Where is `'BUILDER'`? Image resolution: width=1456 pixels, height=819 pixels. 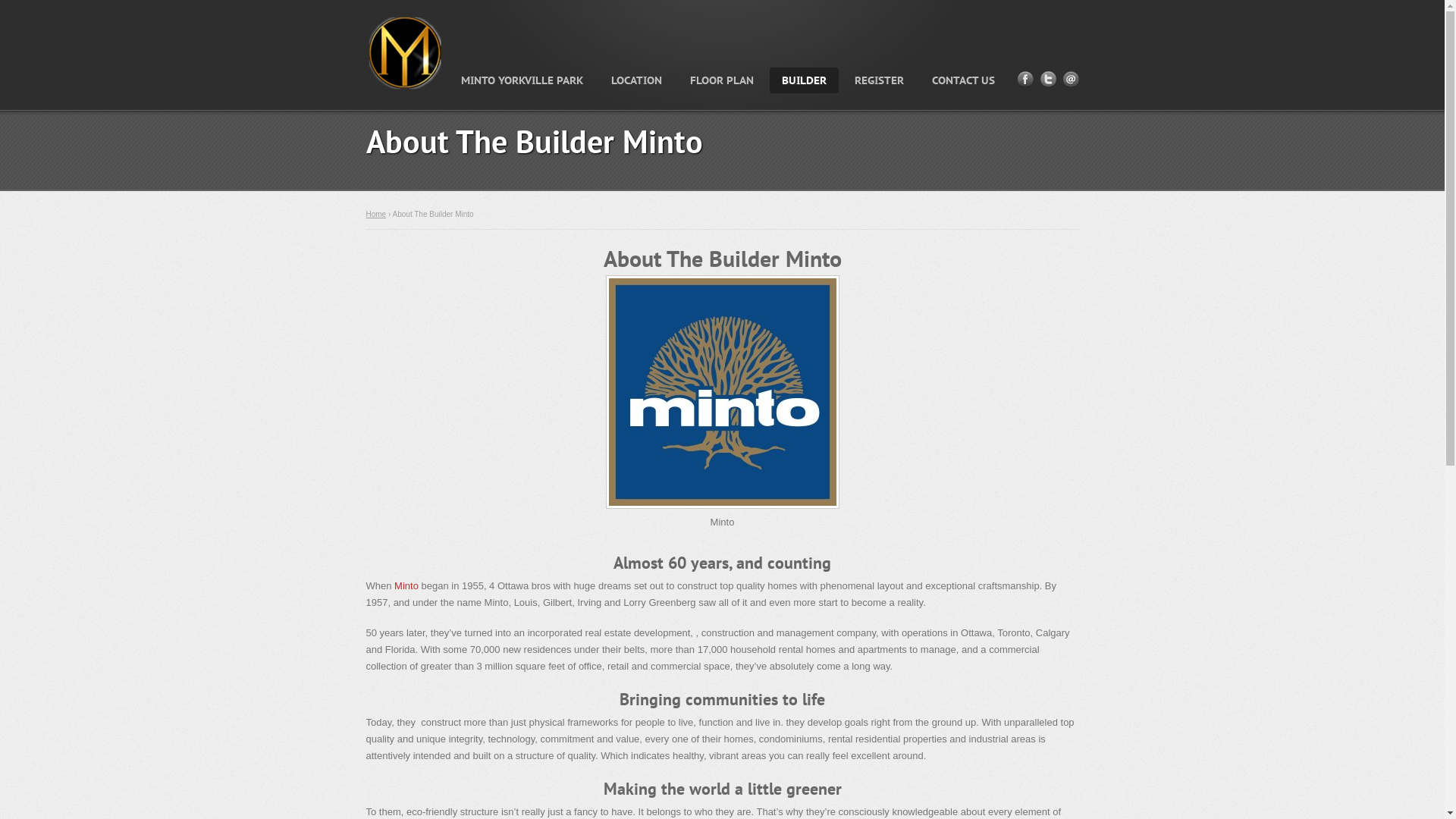
'BUILDER' is located at coordinates (802, 80).